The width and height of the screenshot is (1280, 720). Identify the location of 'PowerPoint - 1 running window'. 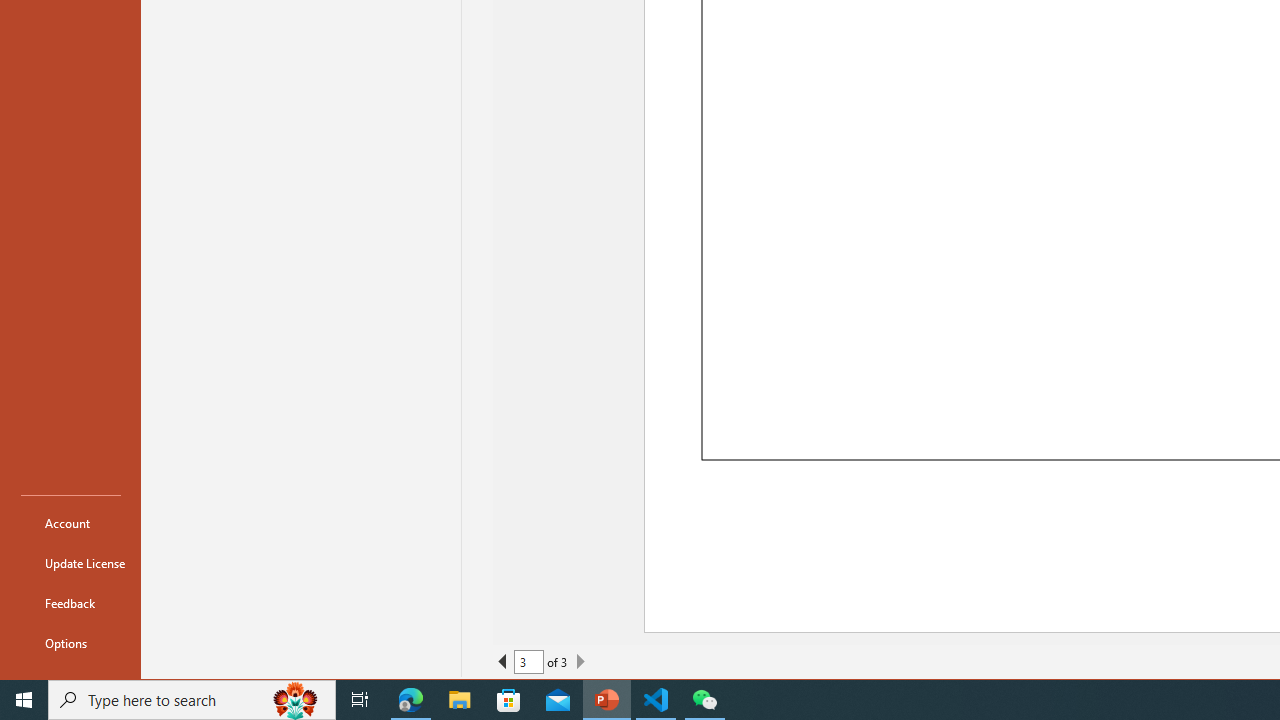
(606, 698).